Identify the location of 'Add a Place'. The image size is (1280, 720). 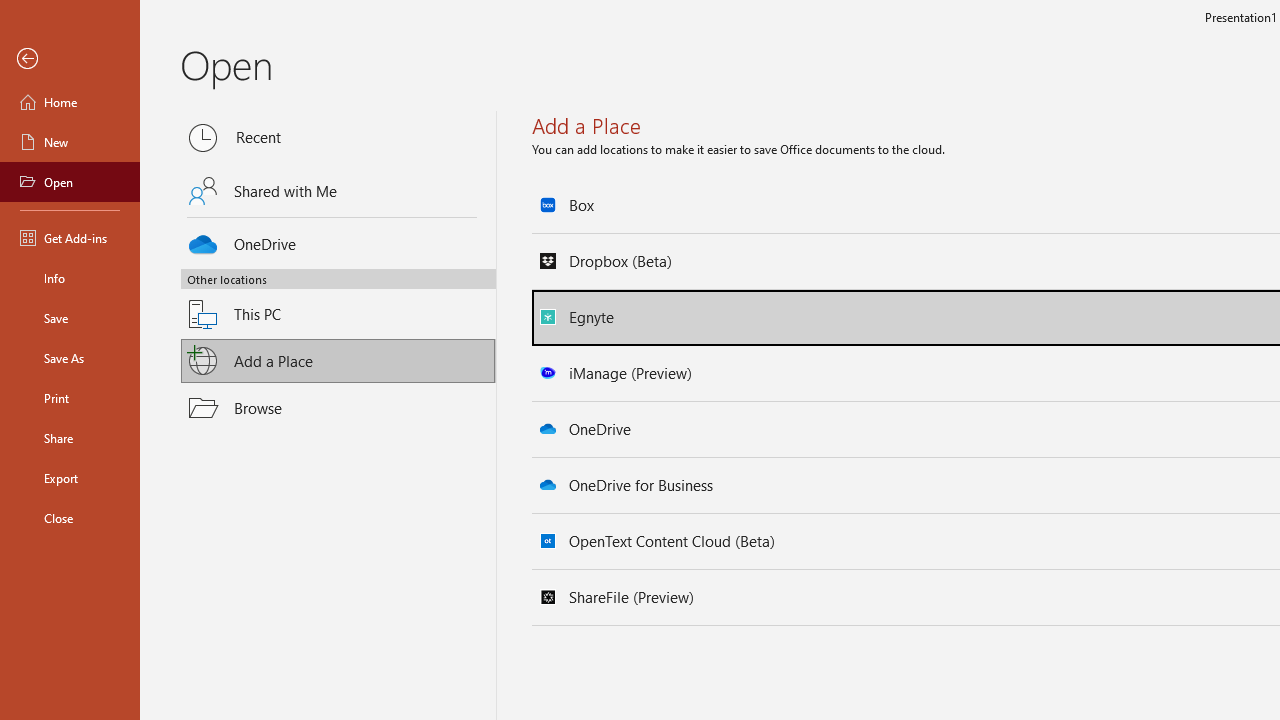
(338, 361).